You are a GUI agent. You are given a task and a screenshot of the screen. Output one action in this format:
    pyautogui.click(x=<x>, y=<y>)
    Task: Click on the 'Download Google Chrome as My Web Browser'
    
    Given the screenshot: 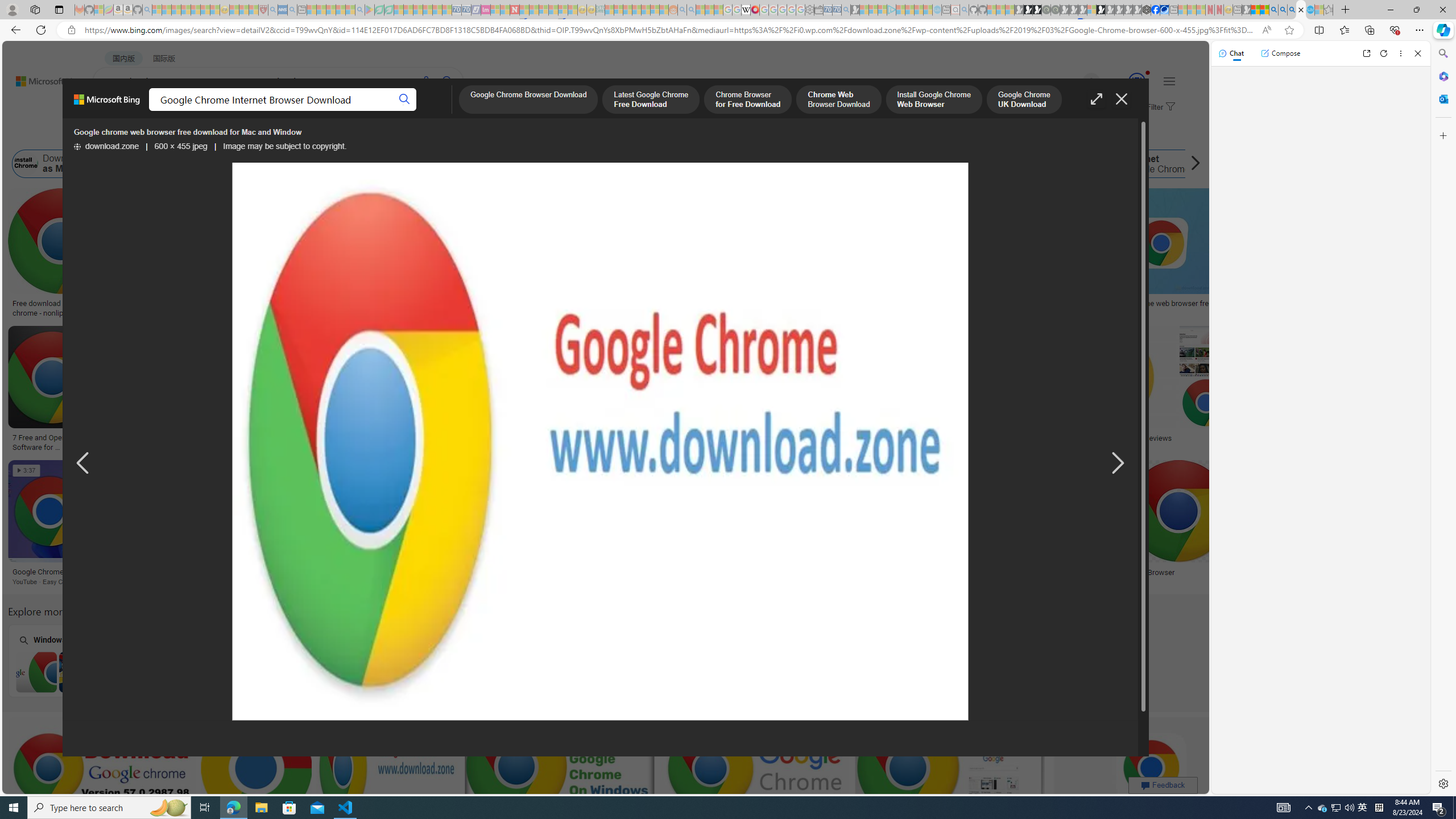 What is the action you would take?
    pyautogui.click(x=26, y=163)
    